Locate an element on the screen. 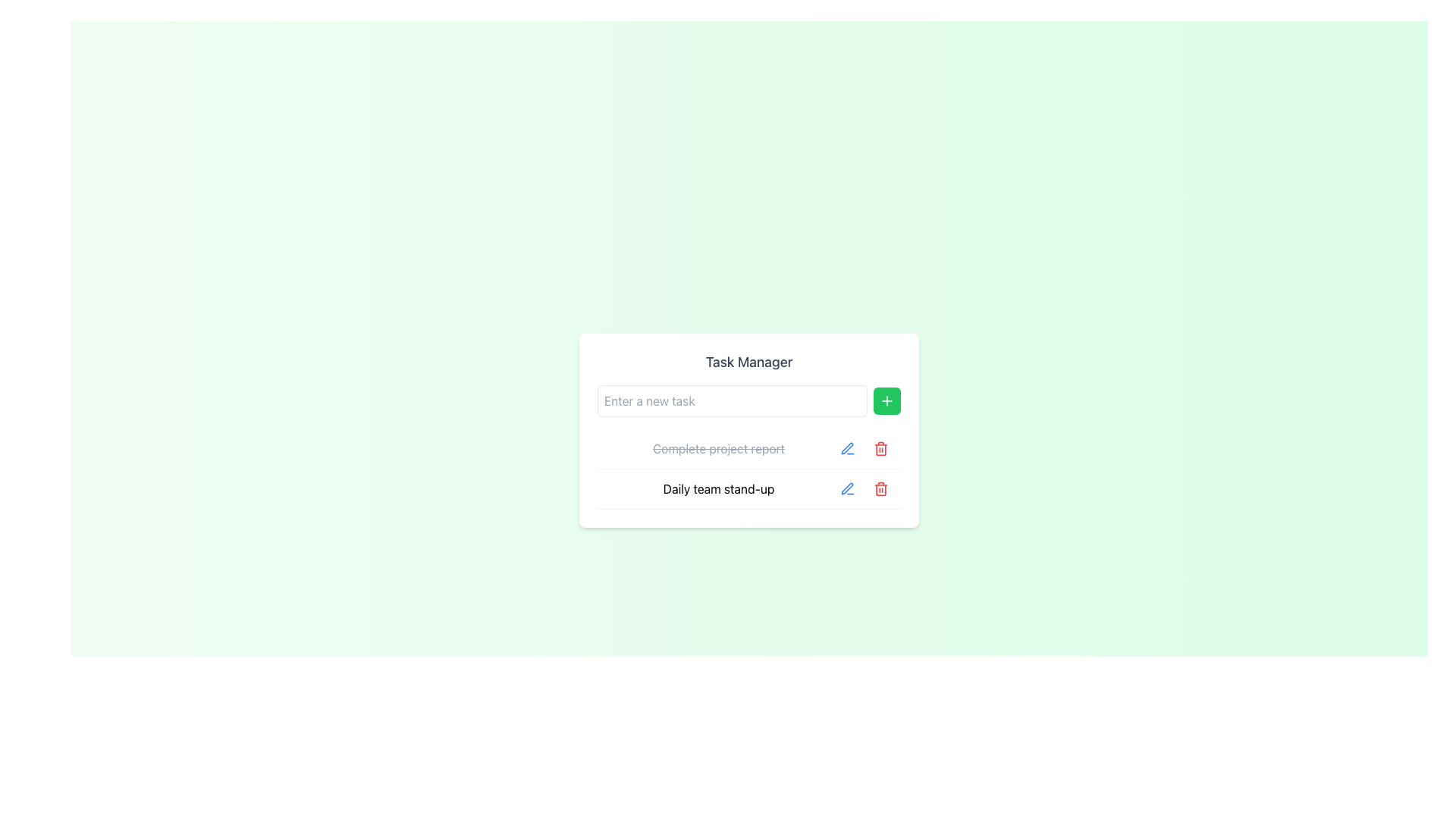  the edit button for the task entry labeled 'Complete project report' is located at coordinates (847, 447).